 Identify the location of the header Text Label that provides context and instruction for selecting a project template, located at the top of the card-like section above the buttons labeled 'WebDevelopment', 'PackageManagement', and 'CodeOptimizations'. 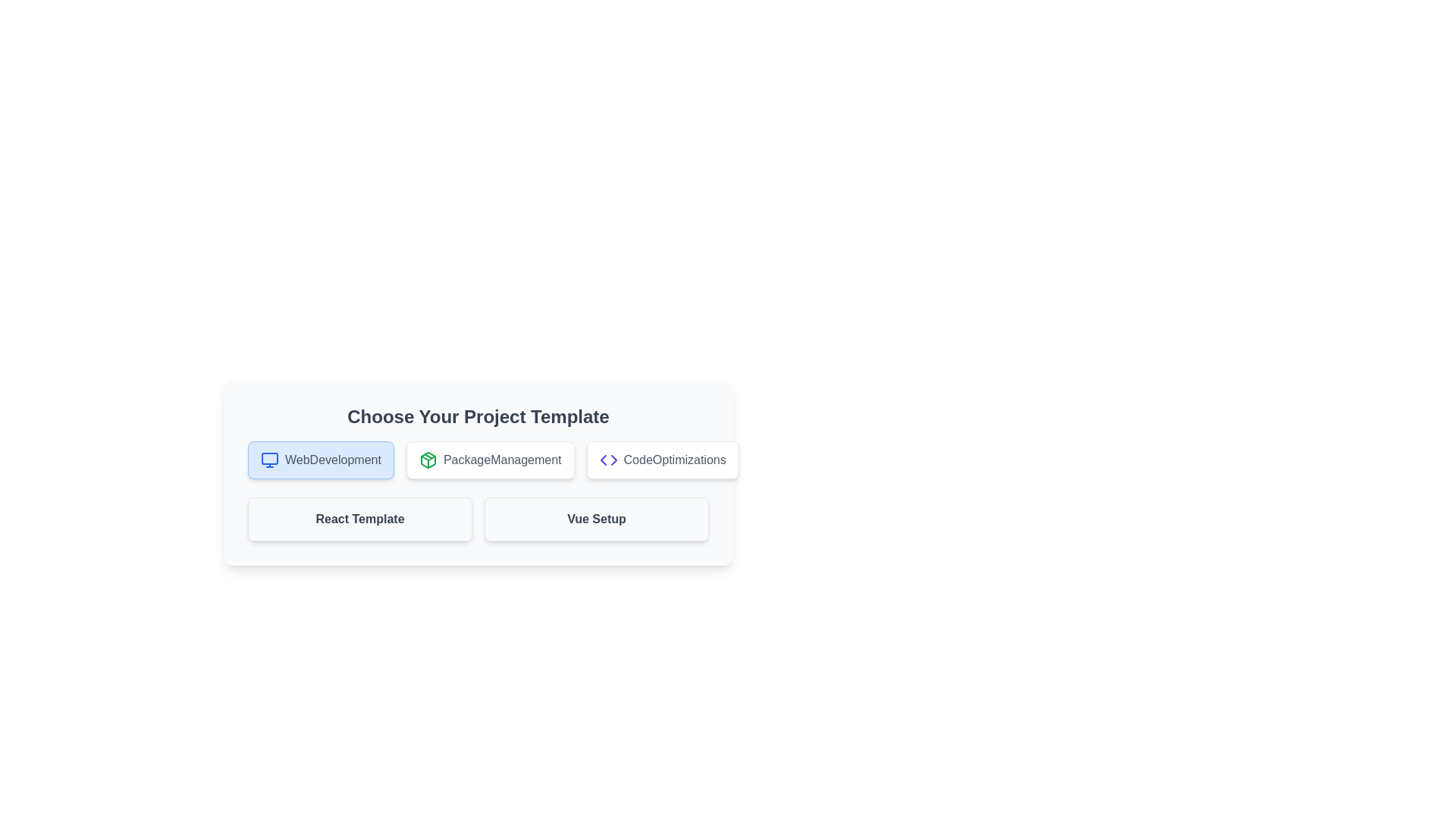
(477, 417).